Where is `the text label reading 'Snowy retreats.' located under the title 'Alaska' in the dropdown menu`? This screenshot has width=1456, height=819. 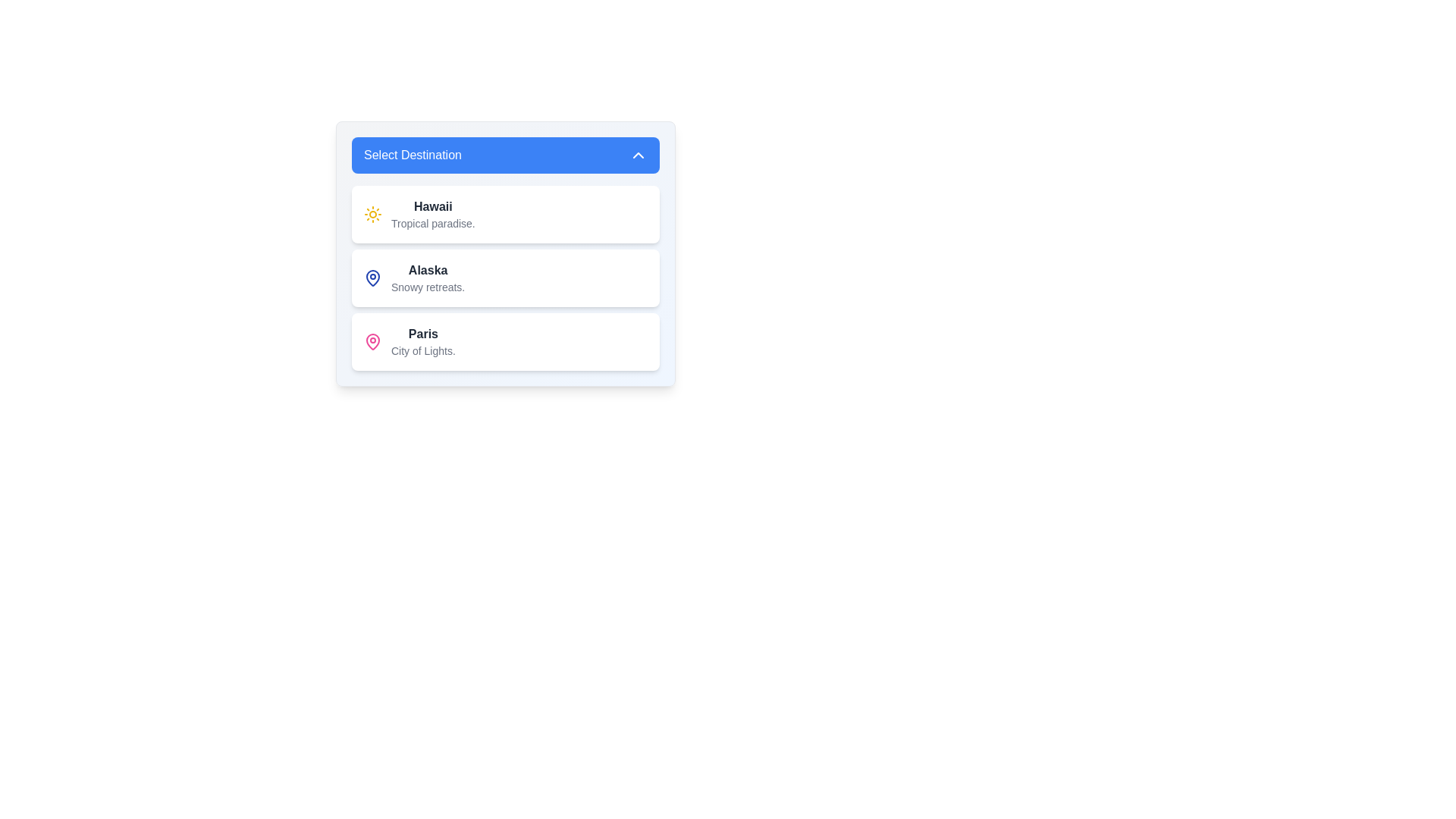 the text label reading 'Snowy retreats.' located under the title 'Alaska' in the dropdown menu is located at coordinates (427, 287).